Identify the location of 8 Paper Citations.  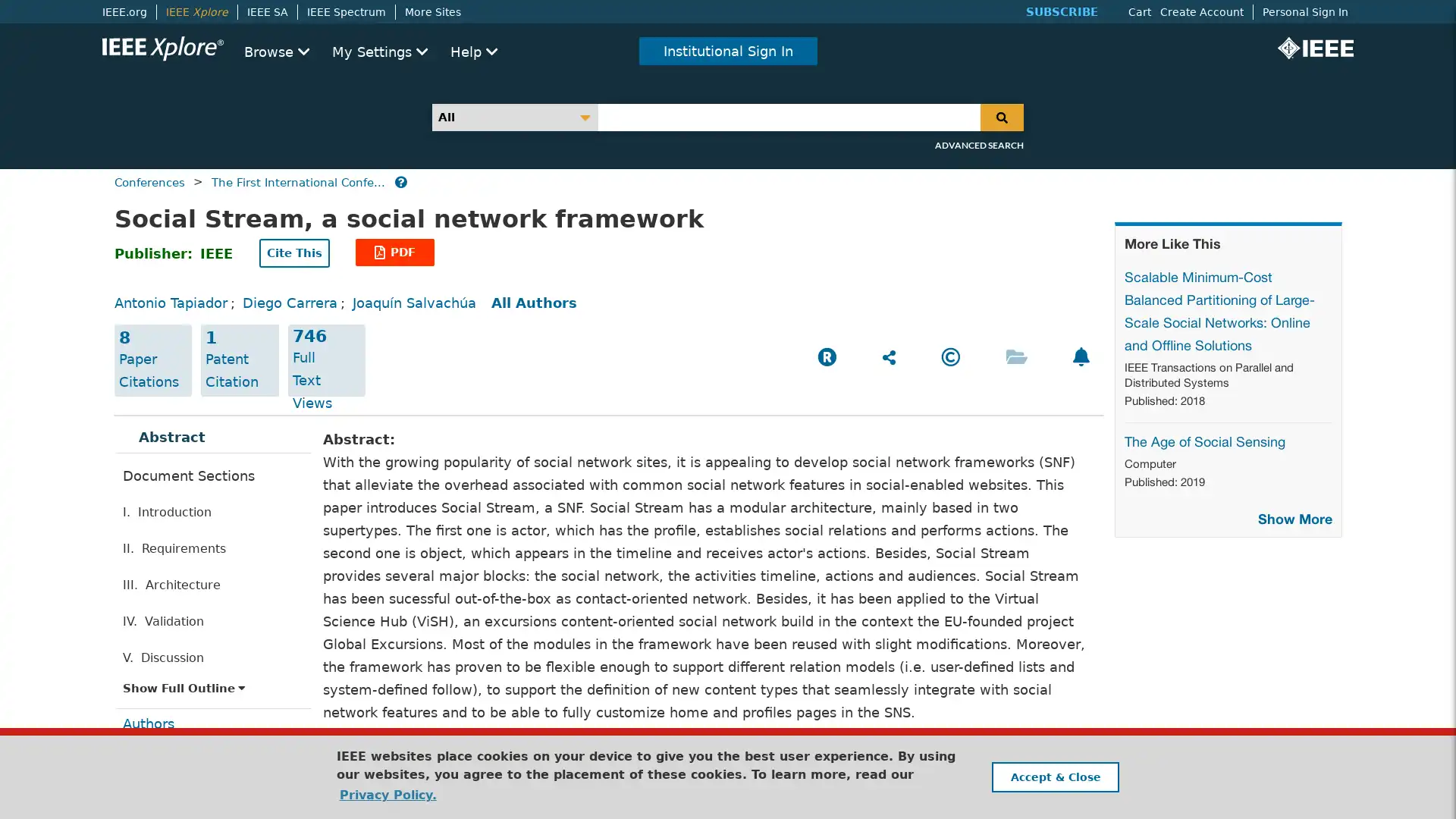
(152, 360).